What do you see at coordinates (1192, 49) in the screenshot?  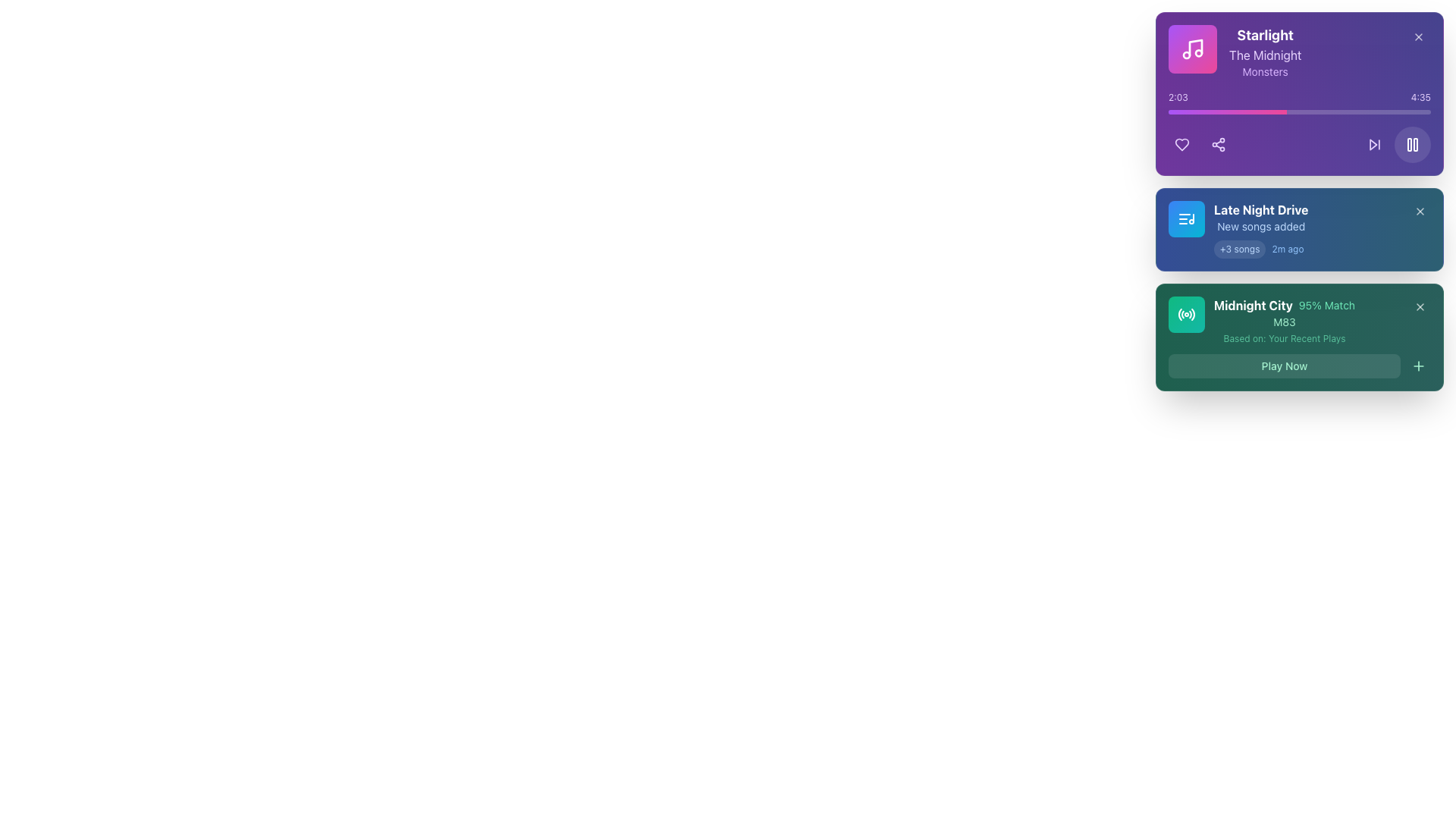 I see `the interactive icon associated with the 'Starlight' card, located in the top-left corner next to the title 'Starlight'` at bounding box center [1192, 49].